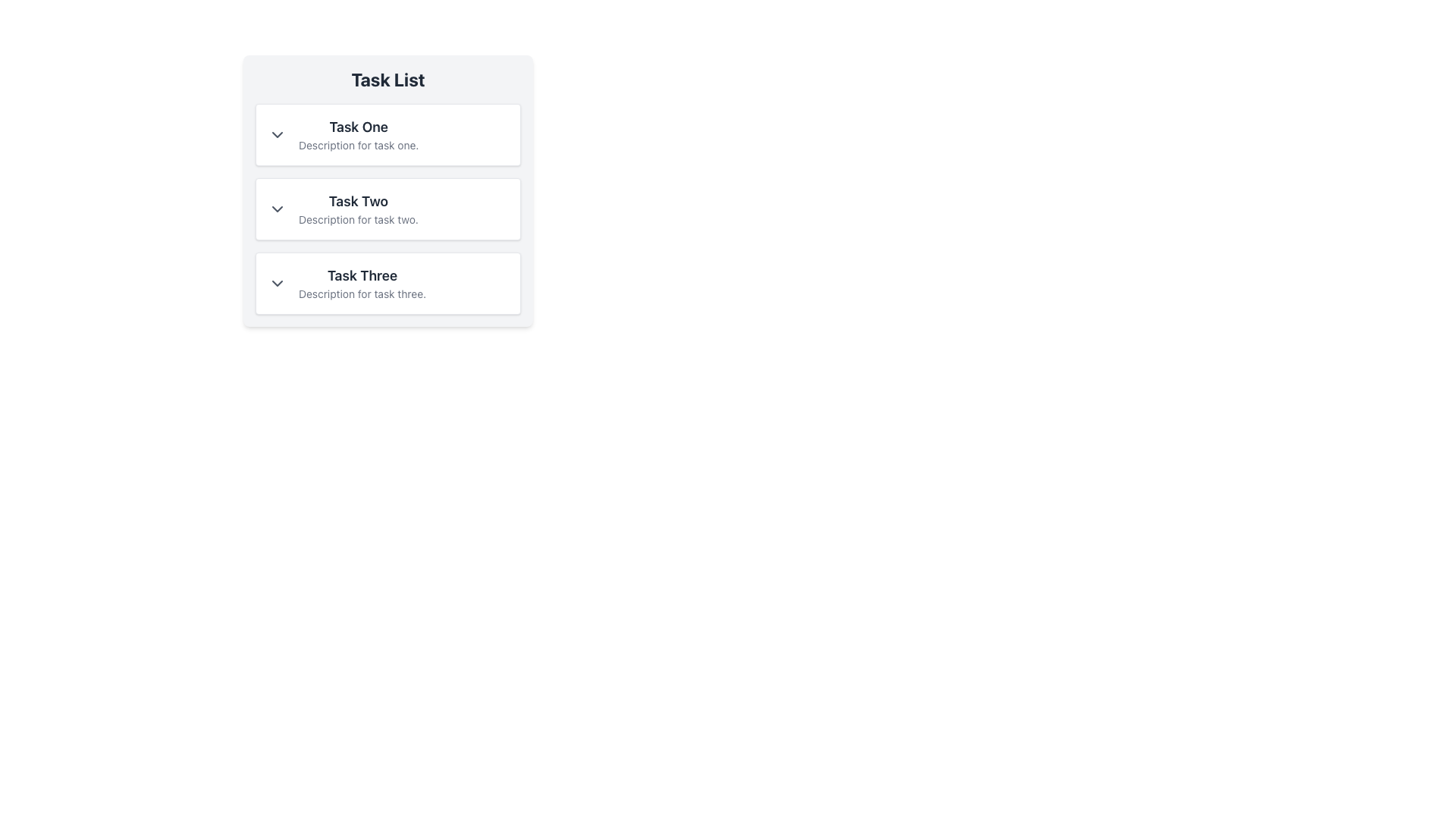 The image size is (1456, 819). Describe the element at coordinates (362, 275) in the screenshot. I see `the text label that identifies the third task in the 'Task List', positioned above 'Description for task three.'` at that location.